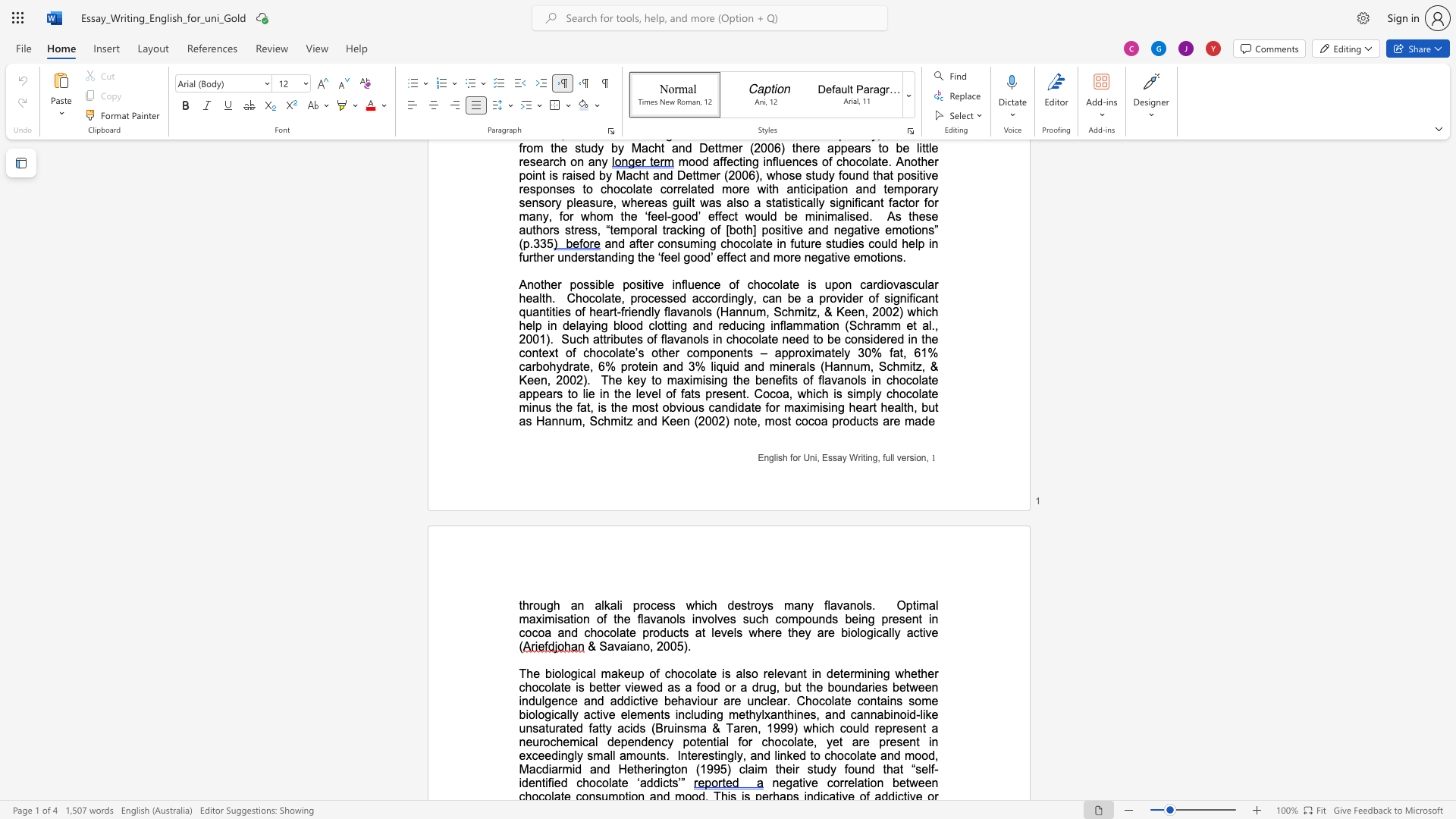 Image resolution: width=1456 pixels, height=819 pixels. Describe the element at coordinates (532, 701) in the screenshot. I see `the 5th character "d" in the text` at that location.